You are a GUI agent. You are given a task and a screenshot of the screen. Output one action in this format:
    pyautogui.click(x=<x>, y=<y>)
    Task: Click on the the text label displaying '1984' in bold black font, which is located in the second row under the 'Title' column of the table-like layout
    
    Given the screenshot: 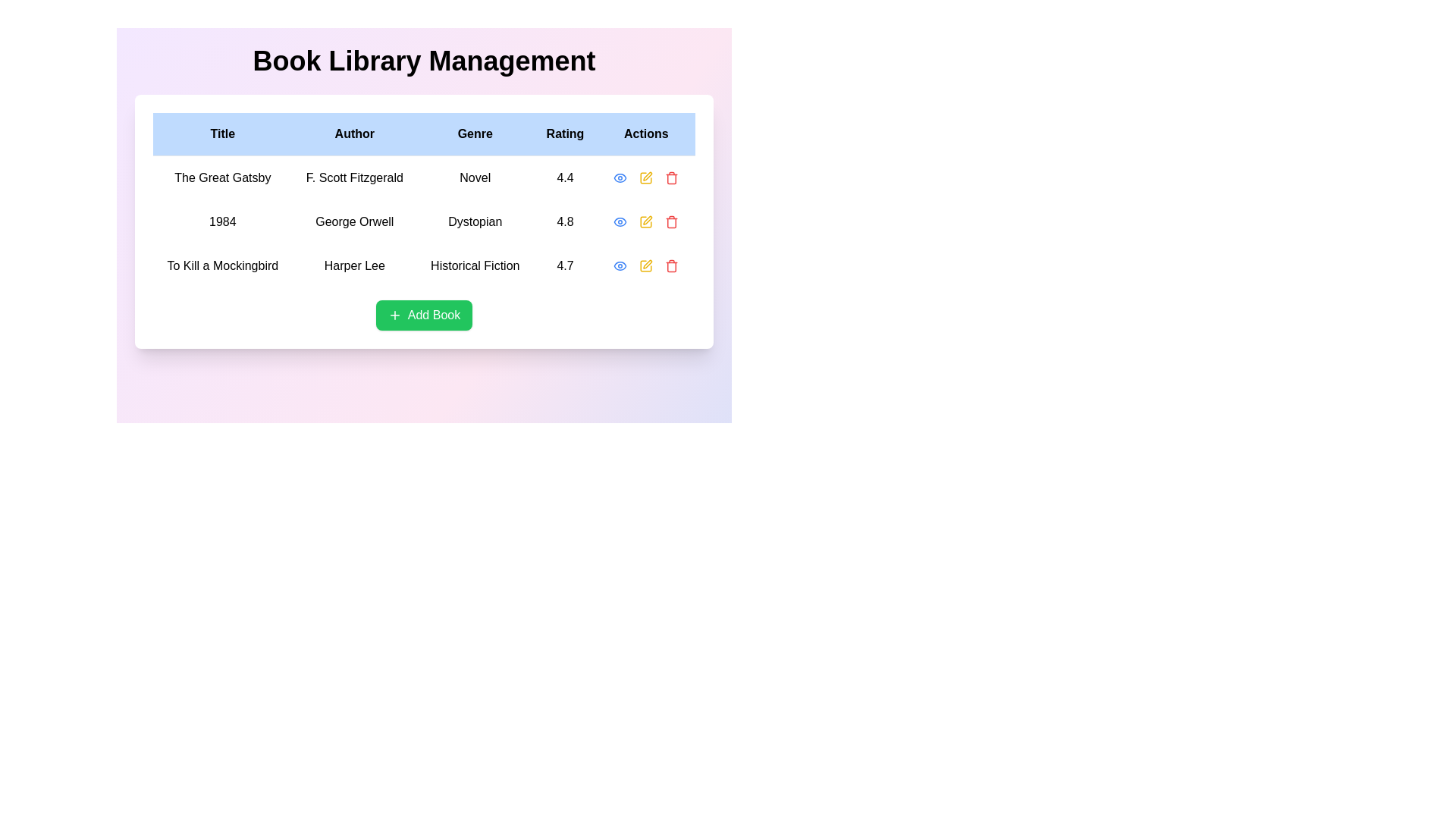 What is the action you would take?
    pyautogui.click(x=221, y=222)
    